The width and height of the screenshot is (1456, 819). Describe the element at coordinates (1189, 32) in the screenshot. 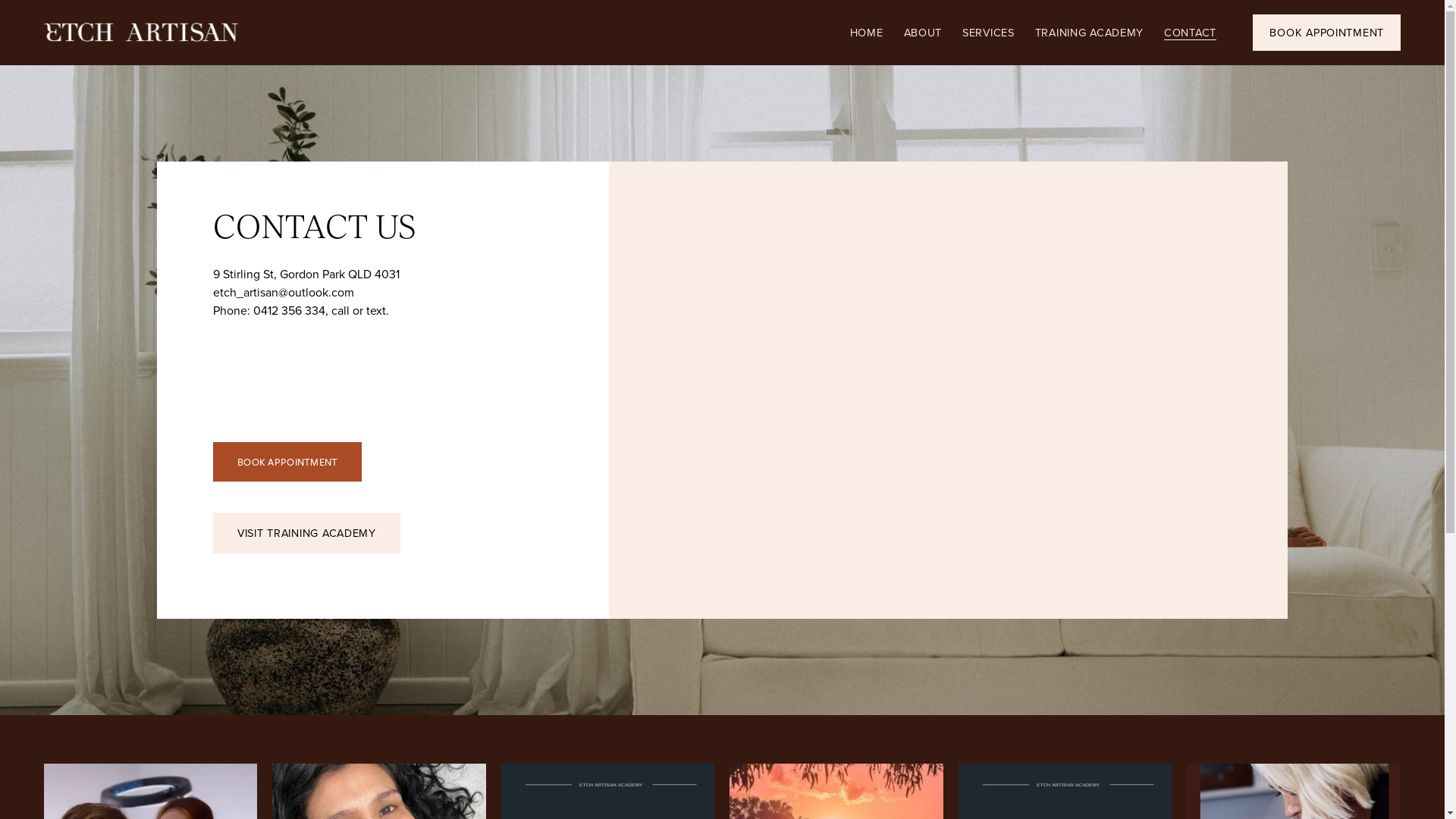

I see `'CONTACT'` at that location.